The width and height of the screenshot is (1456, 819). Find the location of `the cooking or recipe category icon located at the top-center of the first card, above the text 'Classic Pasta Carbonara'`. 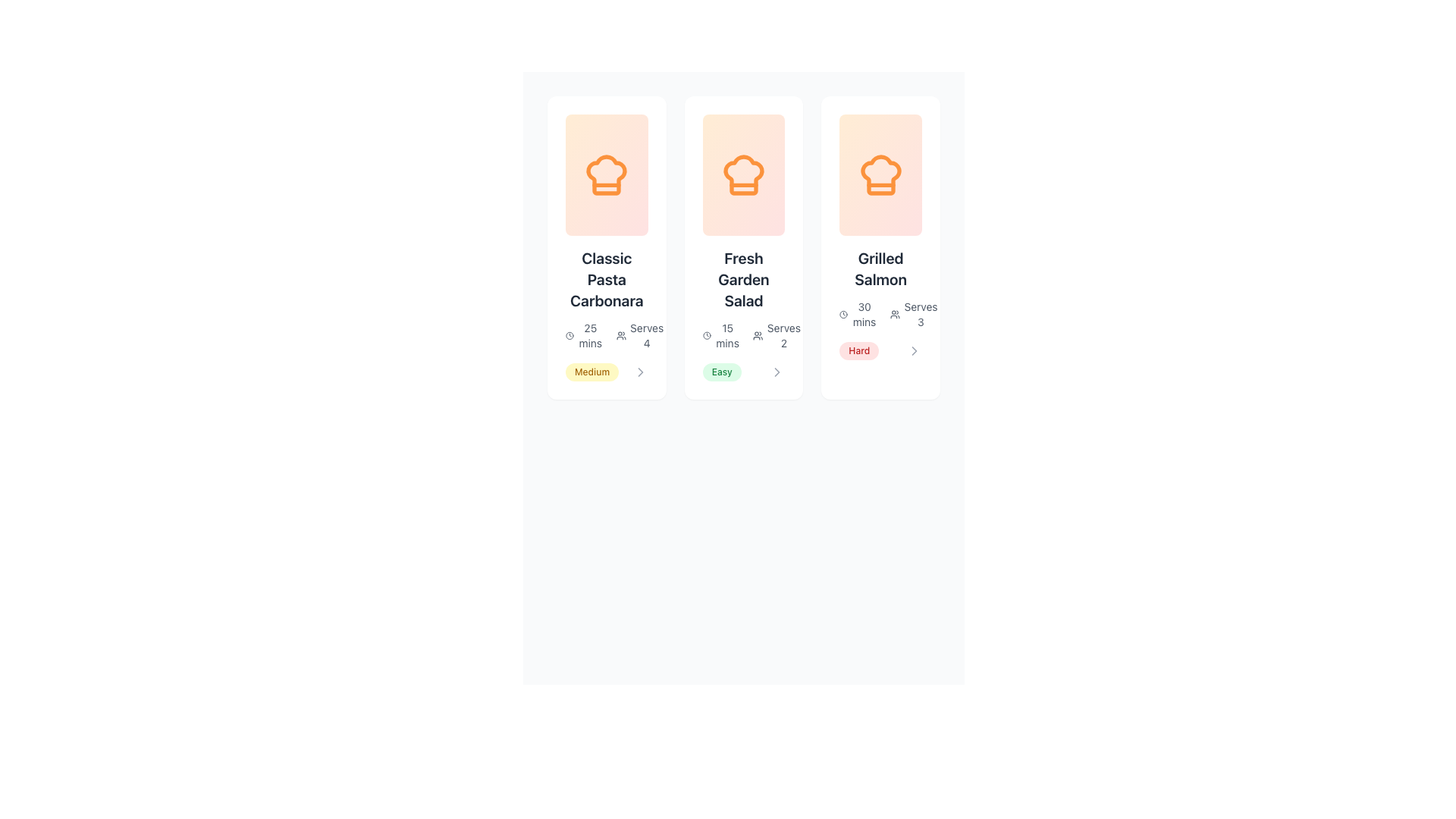

the cooking or recipe category icon located at the top-center of the first card, above the text 'Classic Pasta Carbonara' is located at coordinates (607, 174).